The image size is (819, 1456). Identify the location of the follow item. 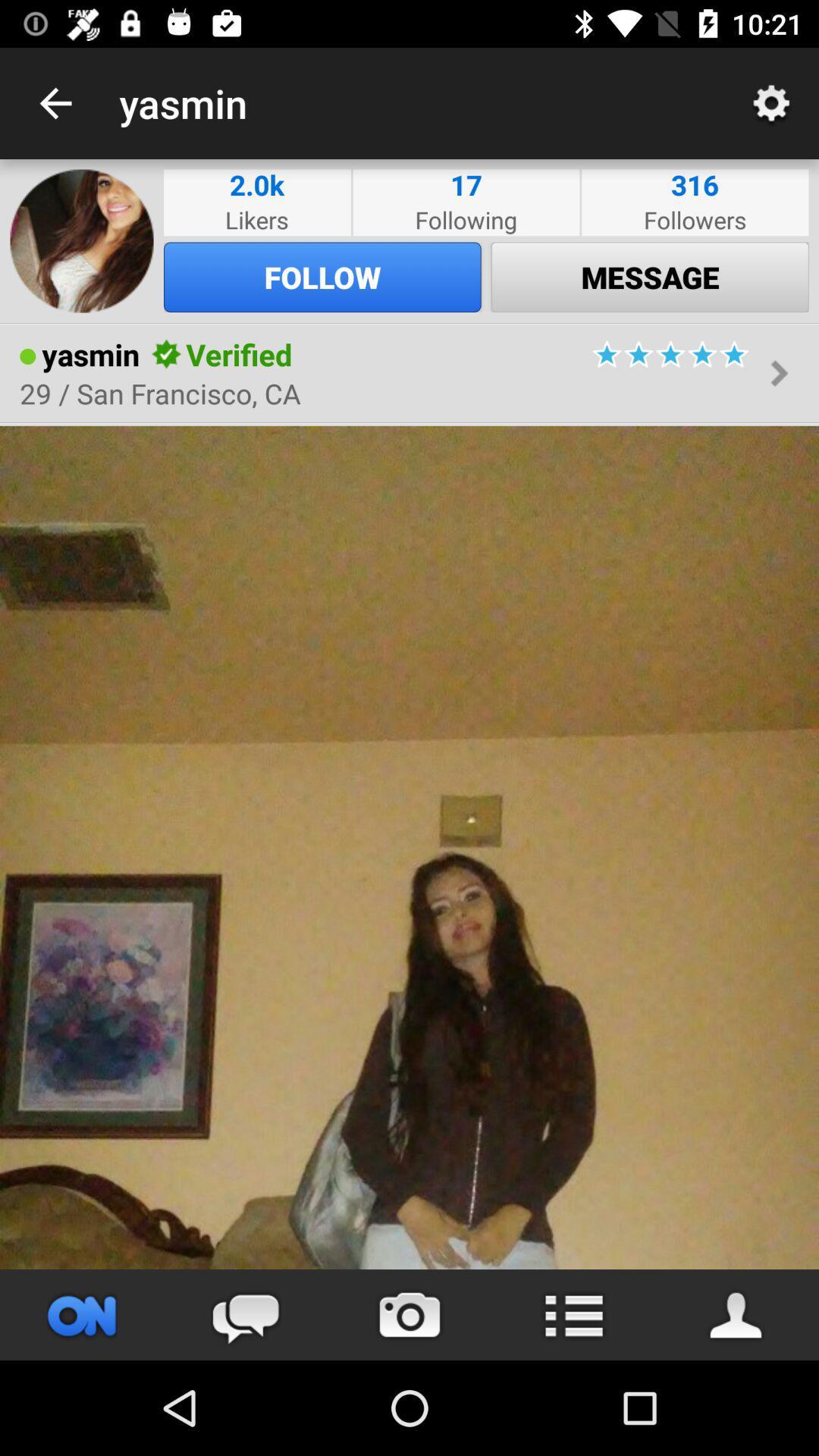
(322, 277).